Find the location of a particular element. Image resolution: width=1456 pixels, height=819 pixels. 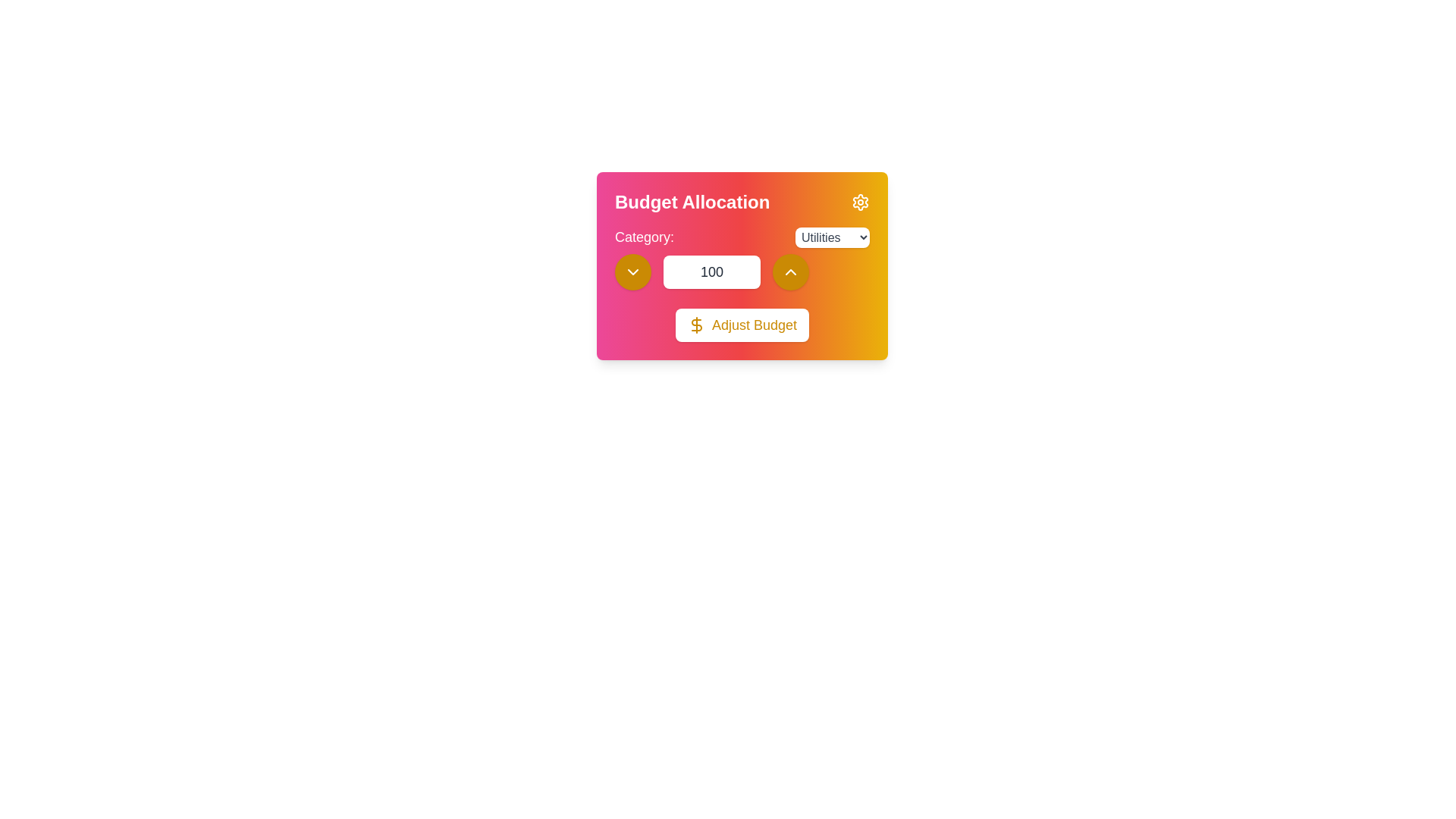

the increment button, represented by an arrow icon, located adjacent to the numeric input field labeled '100' in the bottom right section of the 'Budget Allocation' card to increase the numeric value is located at coordinates (789, 271).